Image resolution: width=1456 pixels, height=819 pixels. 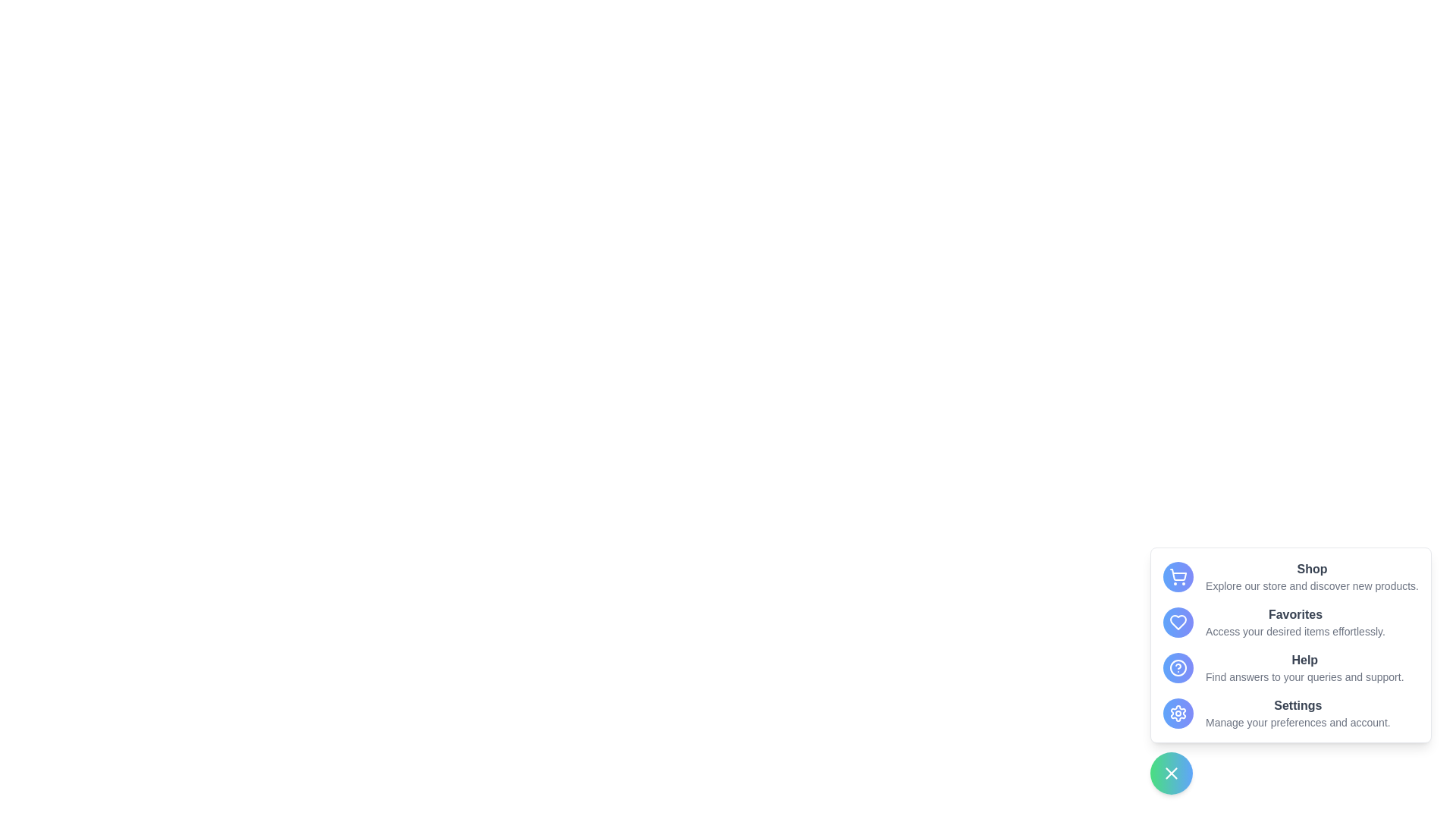 I want to click on the menu option Shop, so click(x=1178, y=576).